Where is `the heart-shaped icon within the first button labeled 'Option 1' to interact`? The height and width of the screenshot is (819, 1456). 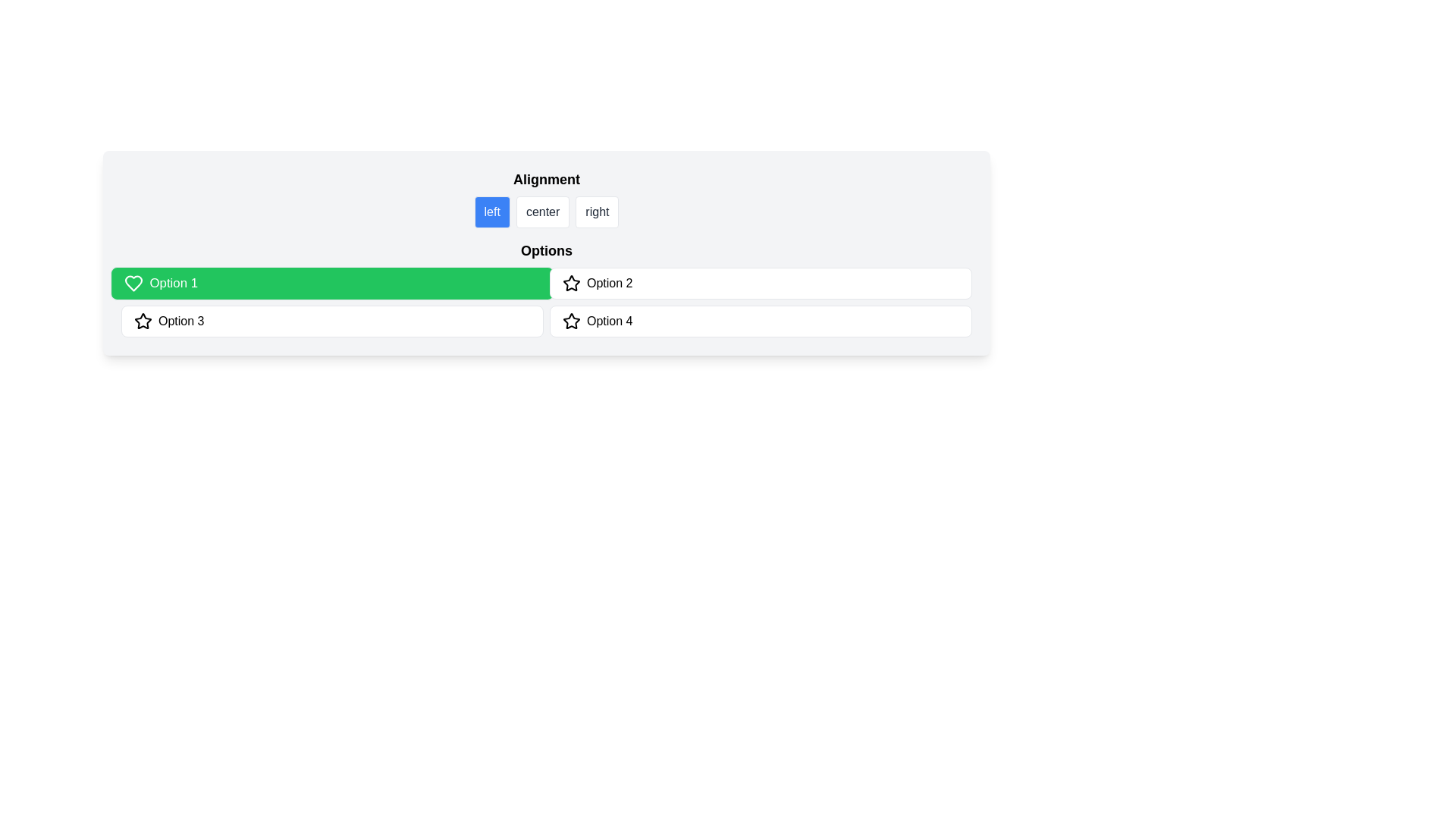 the heart-shaped icon within the first button labeled 'Option 1' to interact is located at coordinates (133, 284).